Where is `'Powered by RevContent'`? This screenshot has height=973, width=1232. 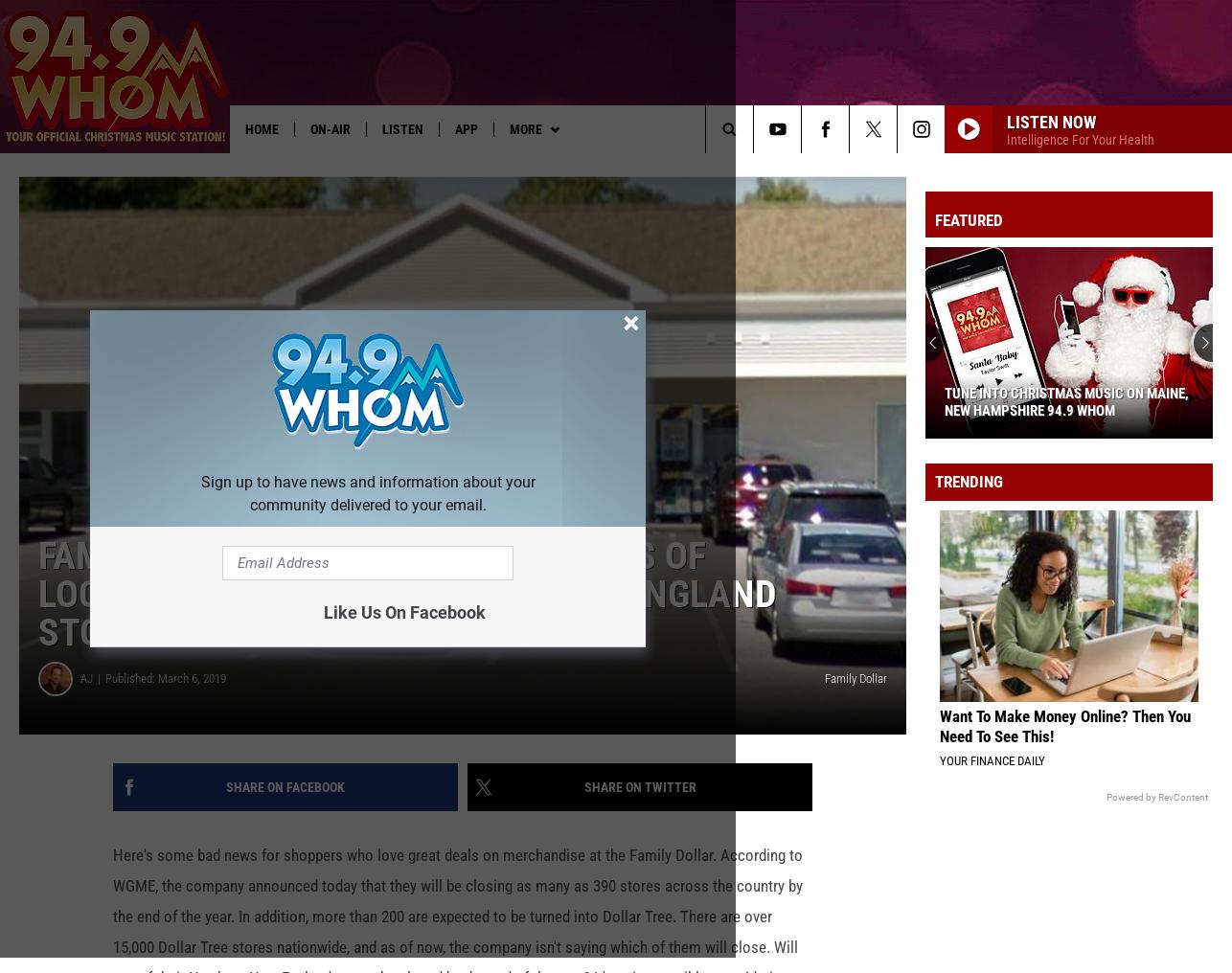
'Powered by RevContent' is located at coordinates (1155, 826).